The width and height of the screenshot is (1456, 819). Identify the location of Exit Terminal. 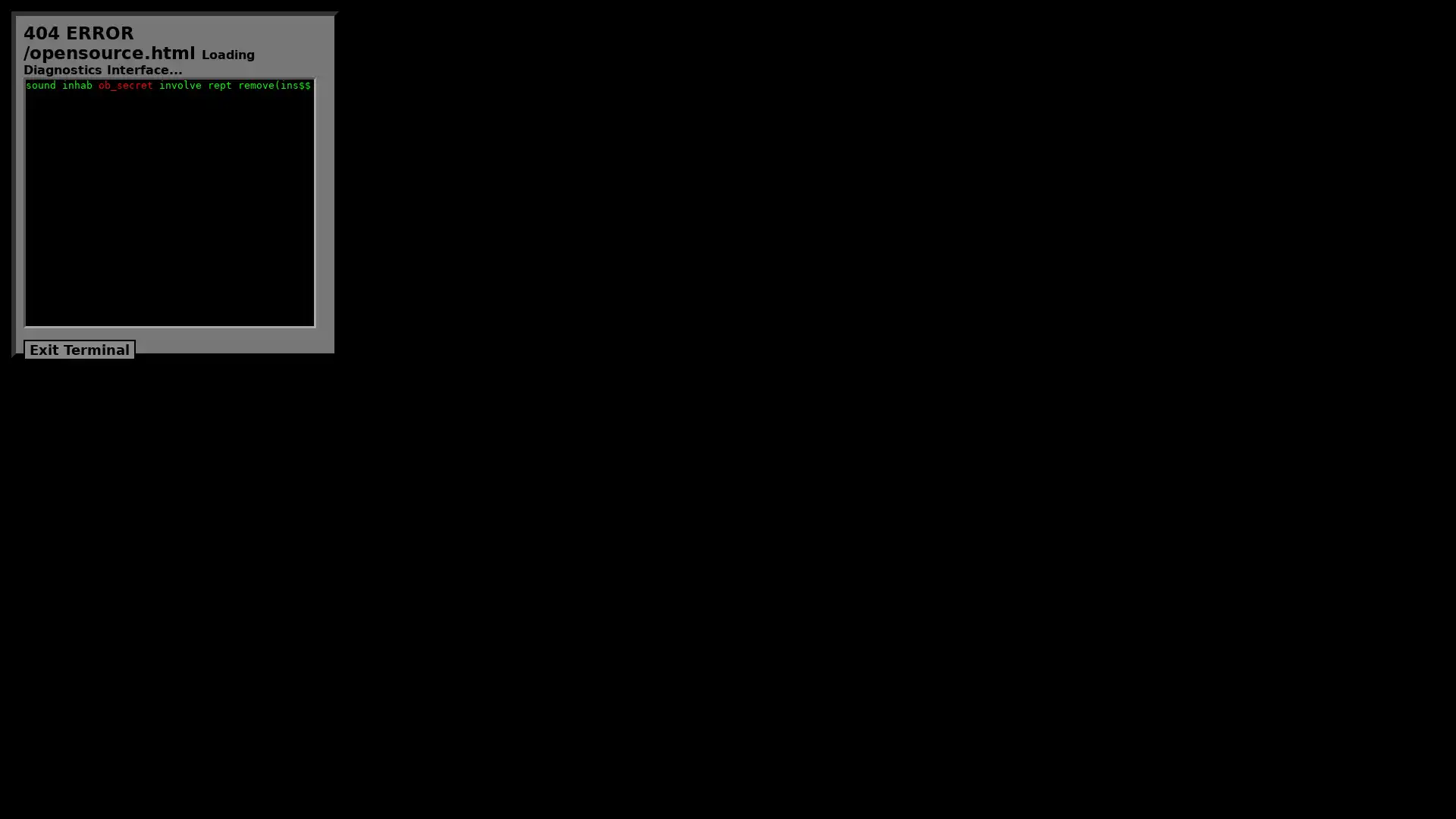
(79, 350).